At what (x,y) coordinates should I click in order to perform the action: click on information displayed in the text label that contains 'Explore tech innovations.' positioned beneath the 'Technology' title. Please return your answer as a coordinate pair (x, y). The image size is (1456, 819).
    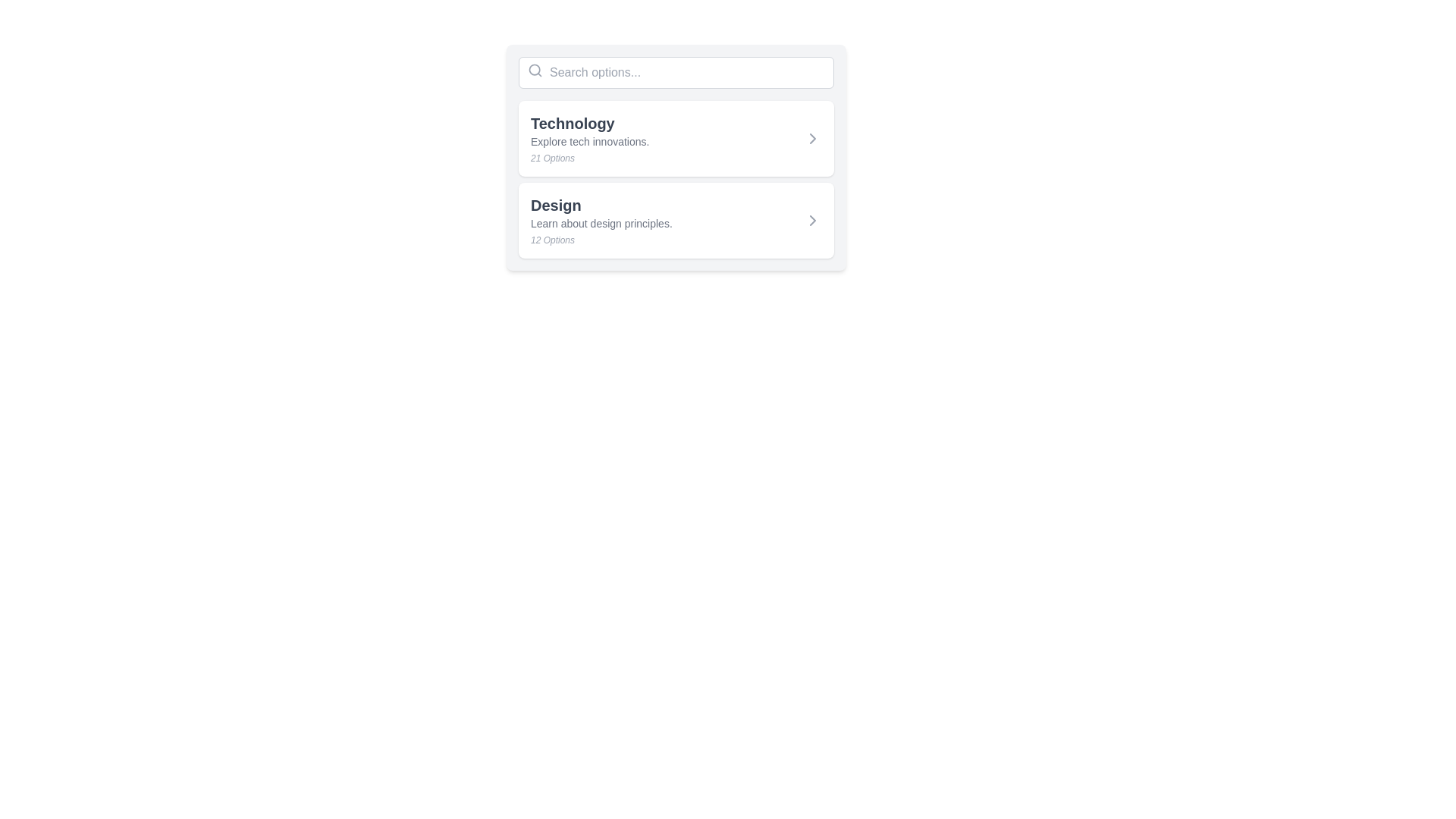
    Looking at the image, I should click on (589, 141).